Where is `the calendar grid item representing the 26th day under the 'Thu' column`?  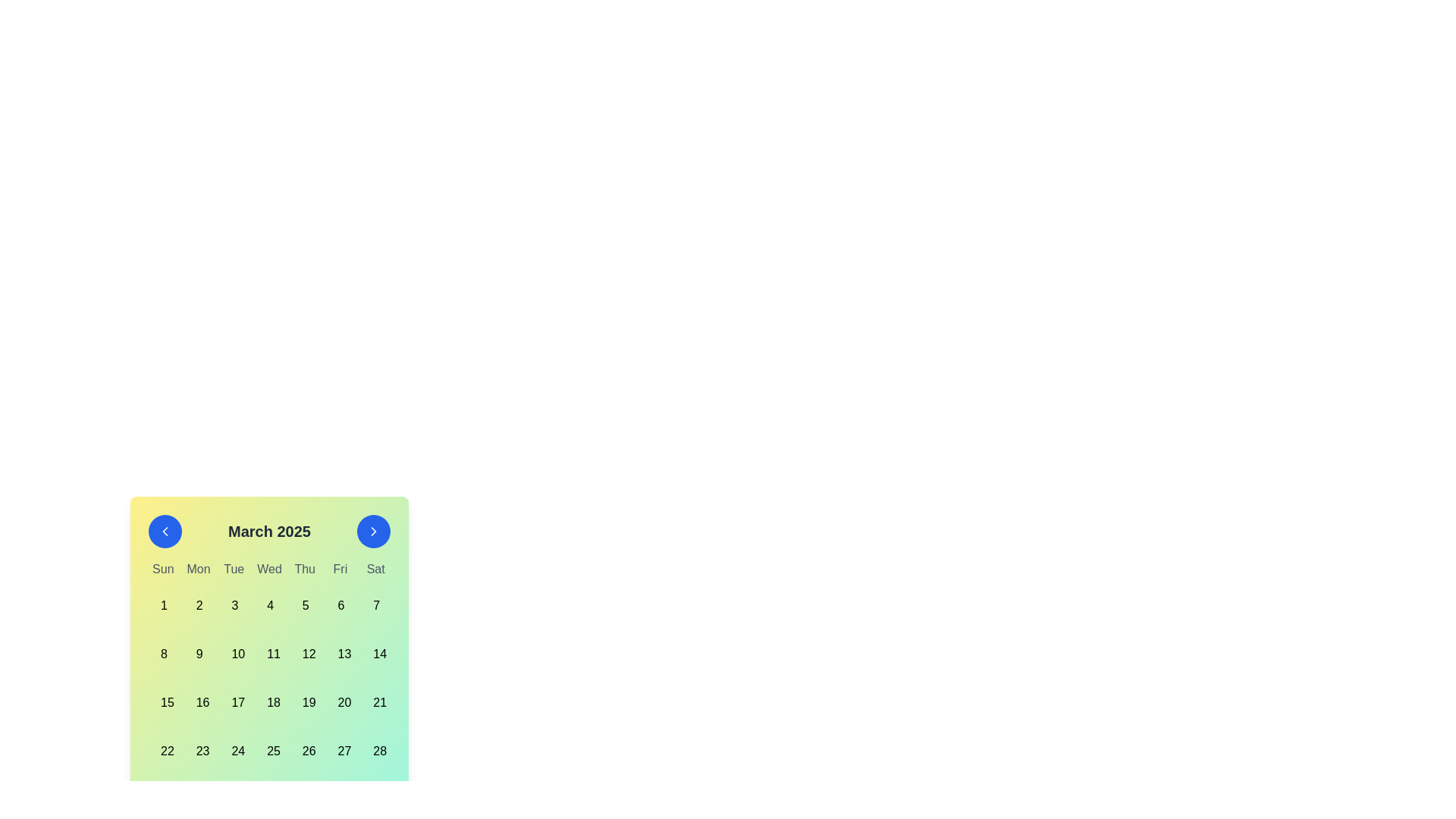
the calendar grid item representing the 26th day under the 'Thu' column is located at coordinates (304, 752).